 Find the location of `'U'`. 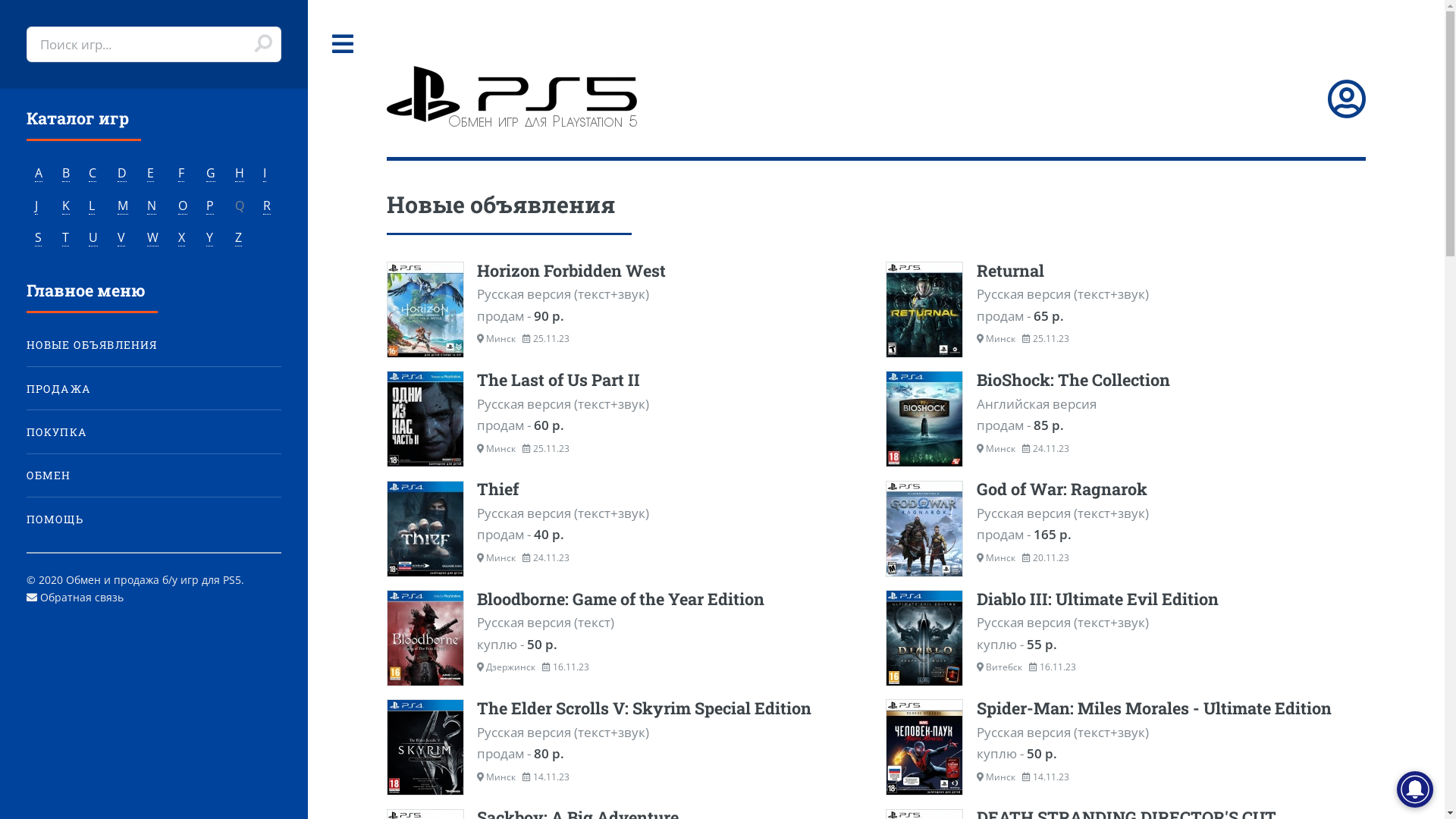

'U' is located at coordinates (93, 237).